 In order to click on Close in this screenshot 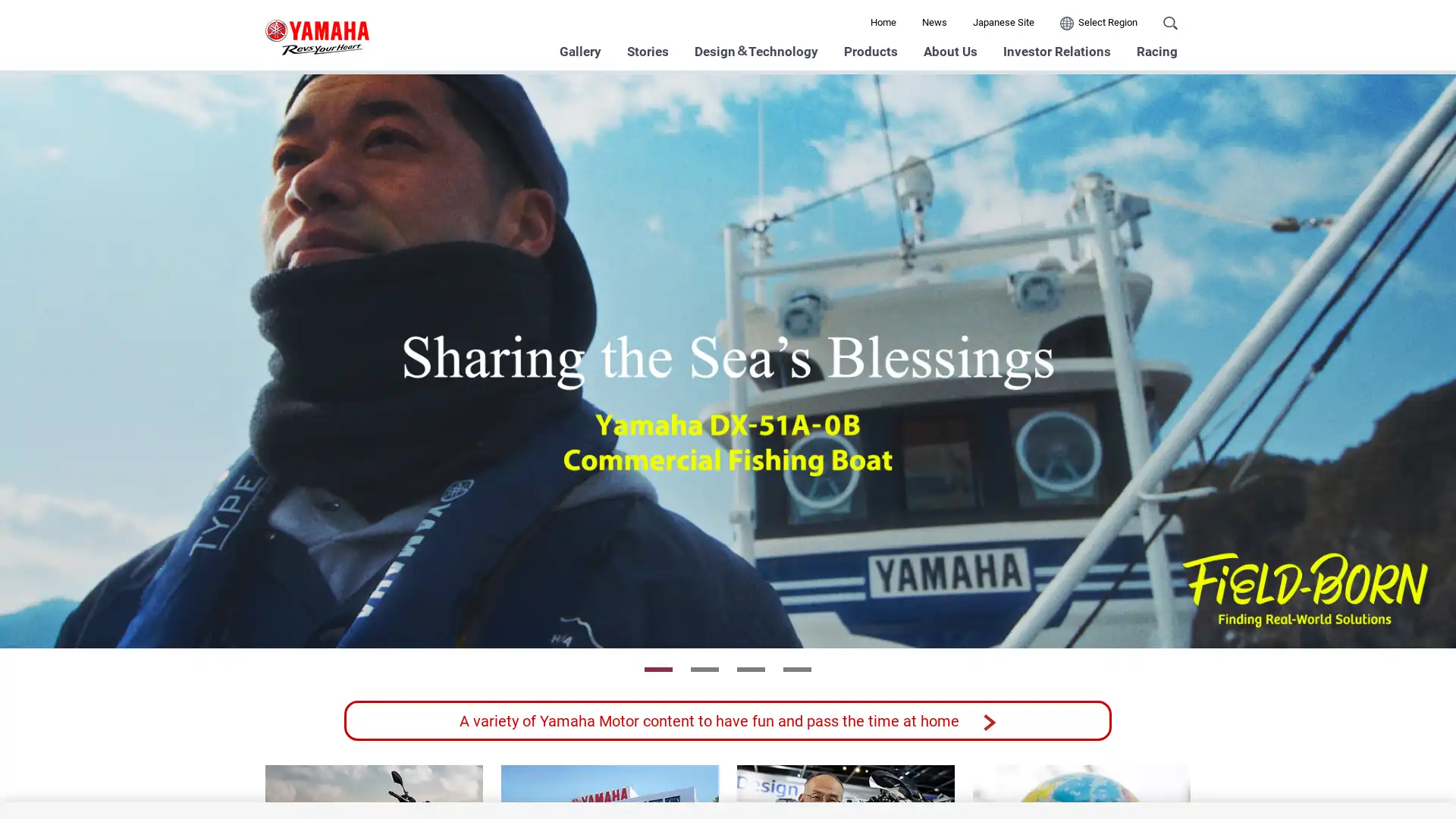, I will do `click(1430, 771)`.